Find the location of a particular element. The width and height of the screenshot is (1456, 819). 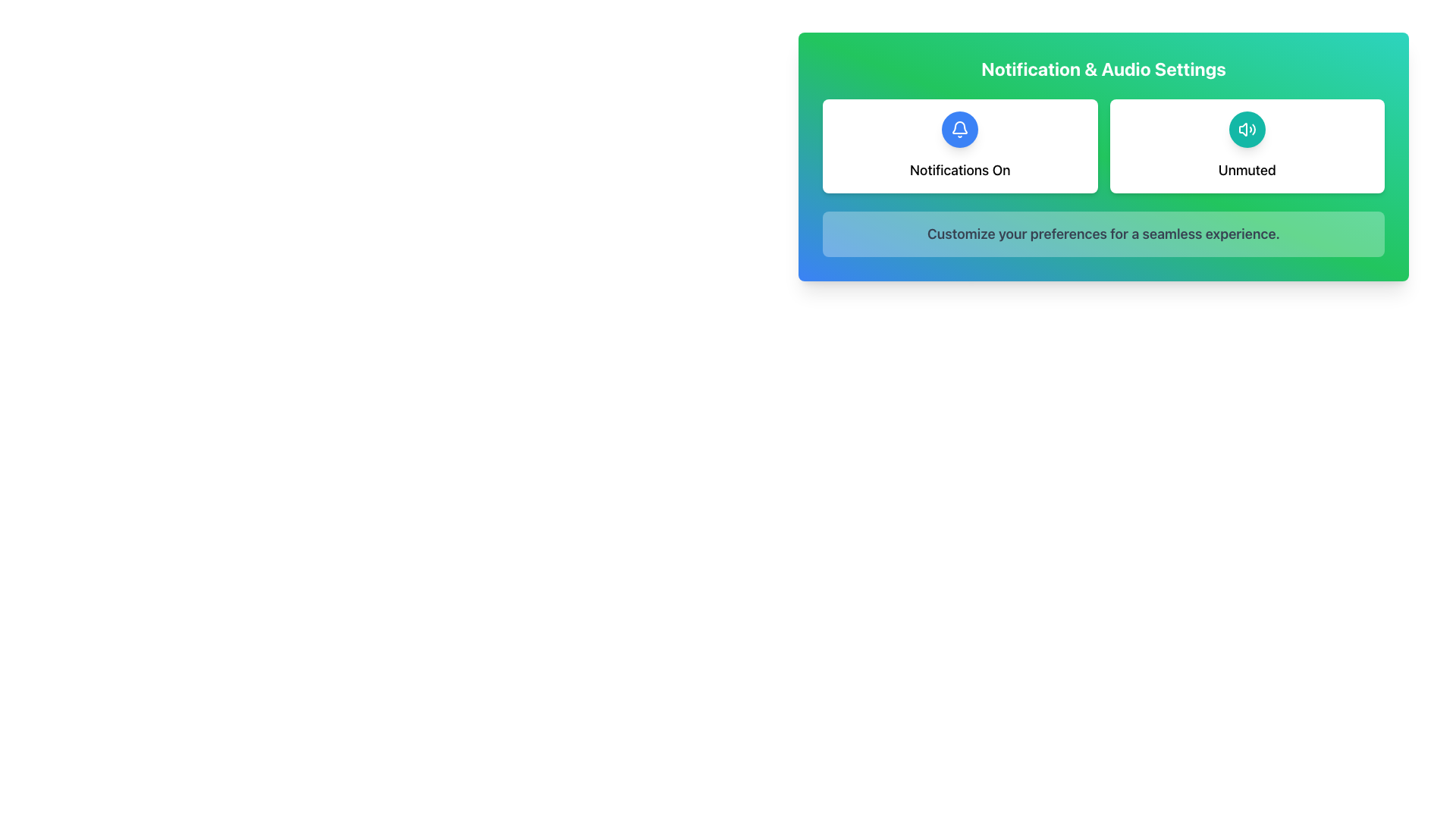

the 'Notifications On' text label displayed in bold, sans-serif font, which is centered beneath a circular blue button with a bell icon is located at coordinates (959, 170).